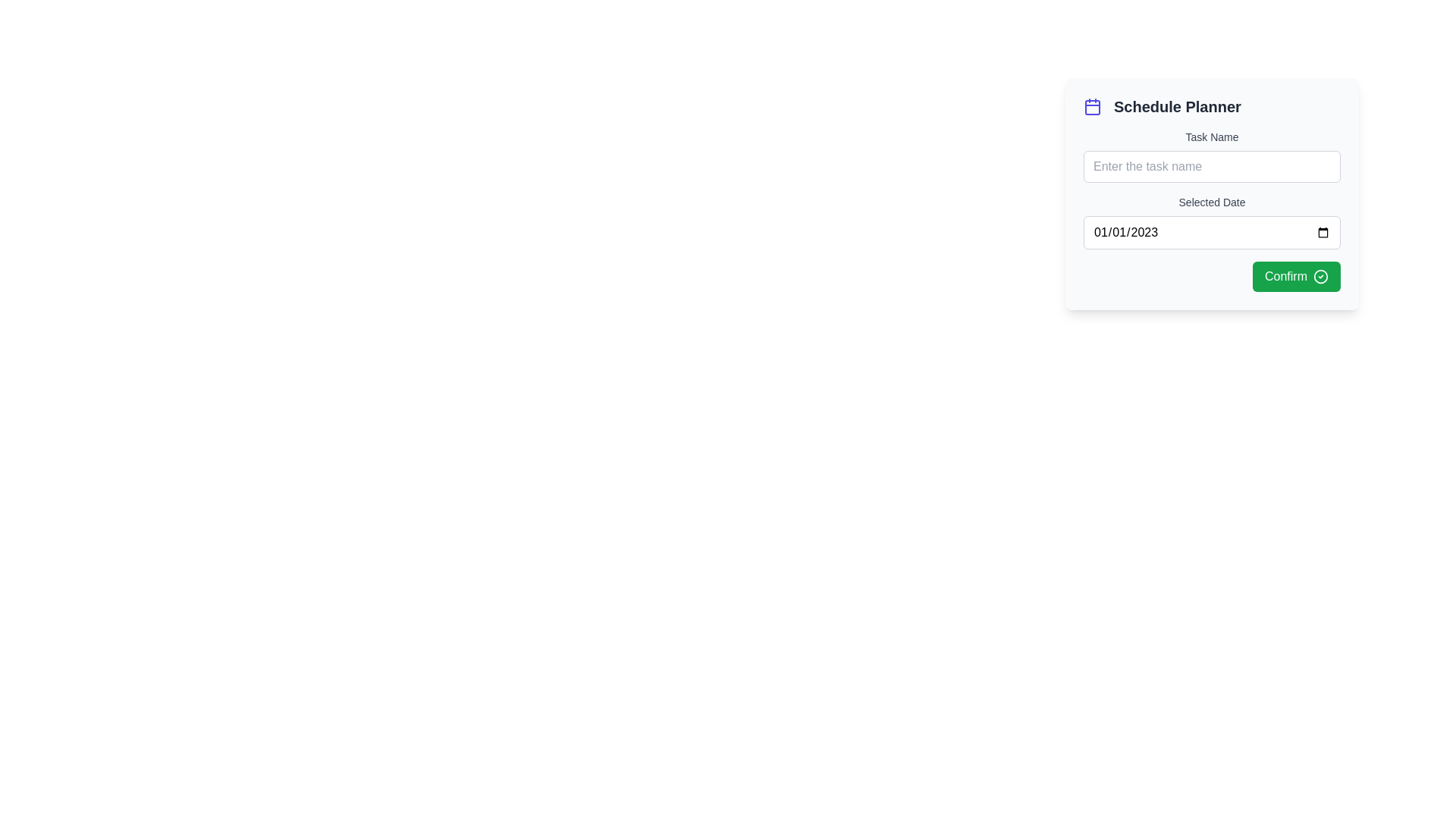 The image size is (1456, 819). I want to click on the circular icon representing a completed check action inside the 'Confirm' button located at the bottom-right corner of the card interface, so click(1320, 277).